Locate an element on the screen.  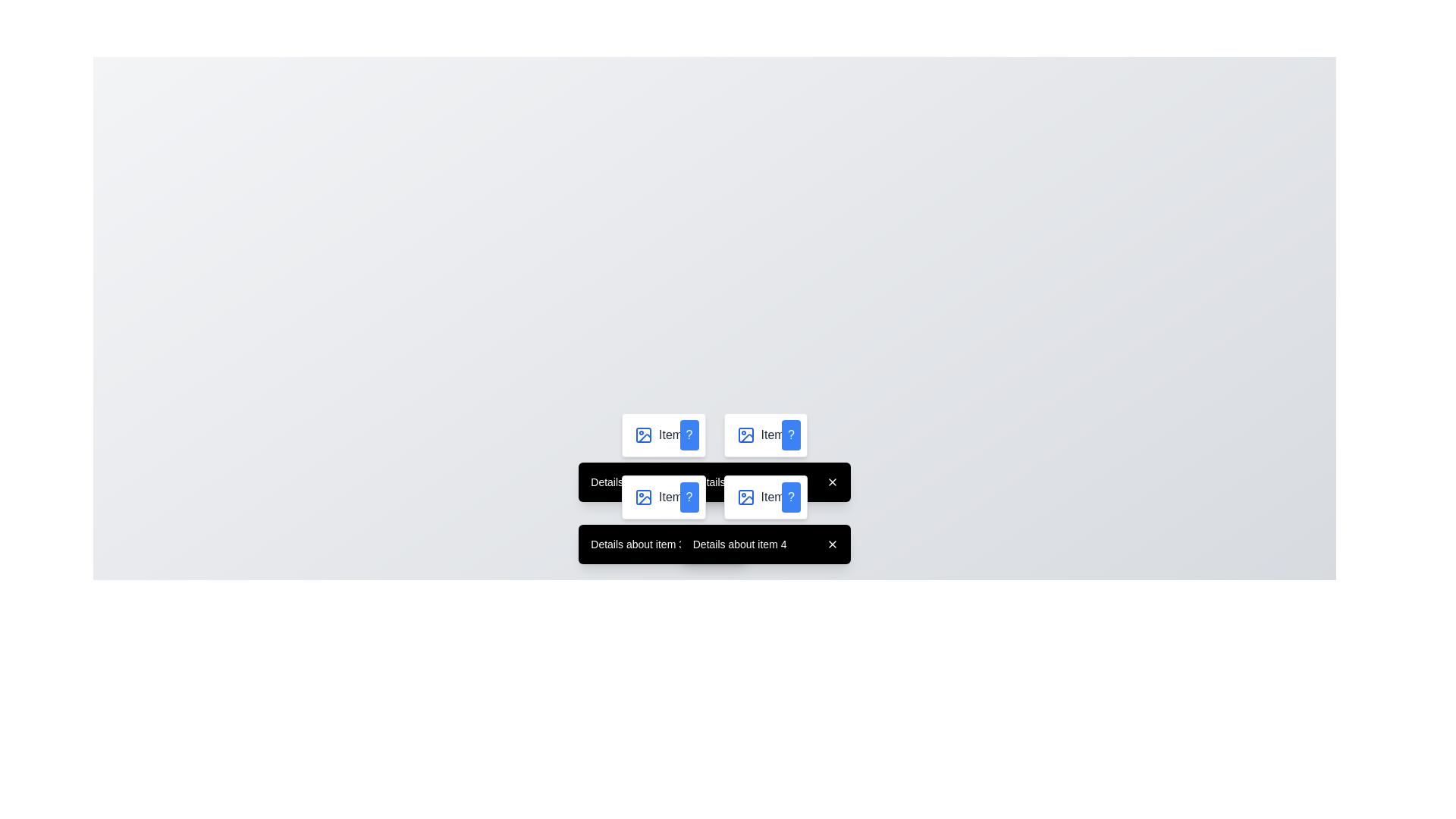
the blue-outlined square icon with rounded corners that serves as an image placeholder to trigger the tooltip is located at coordinates (644, 497).